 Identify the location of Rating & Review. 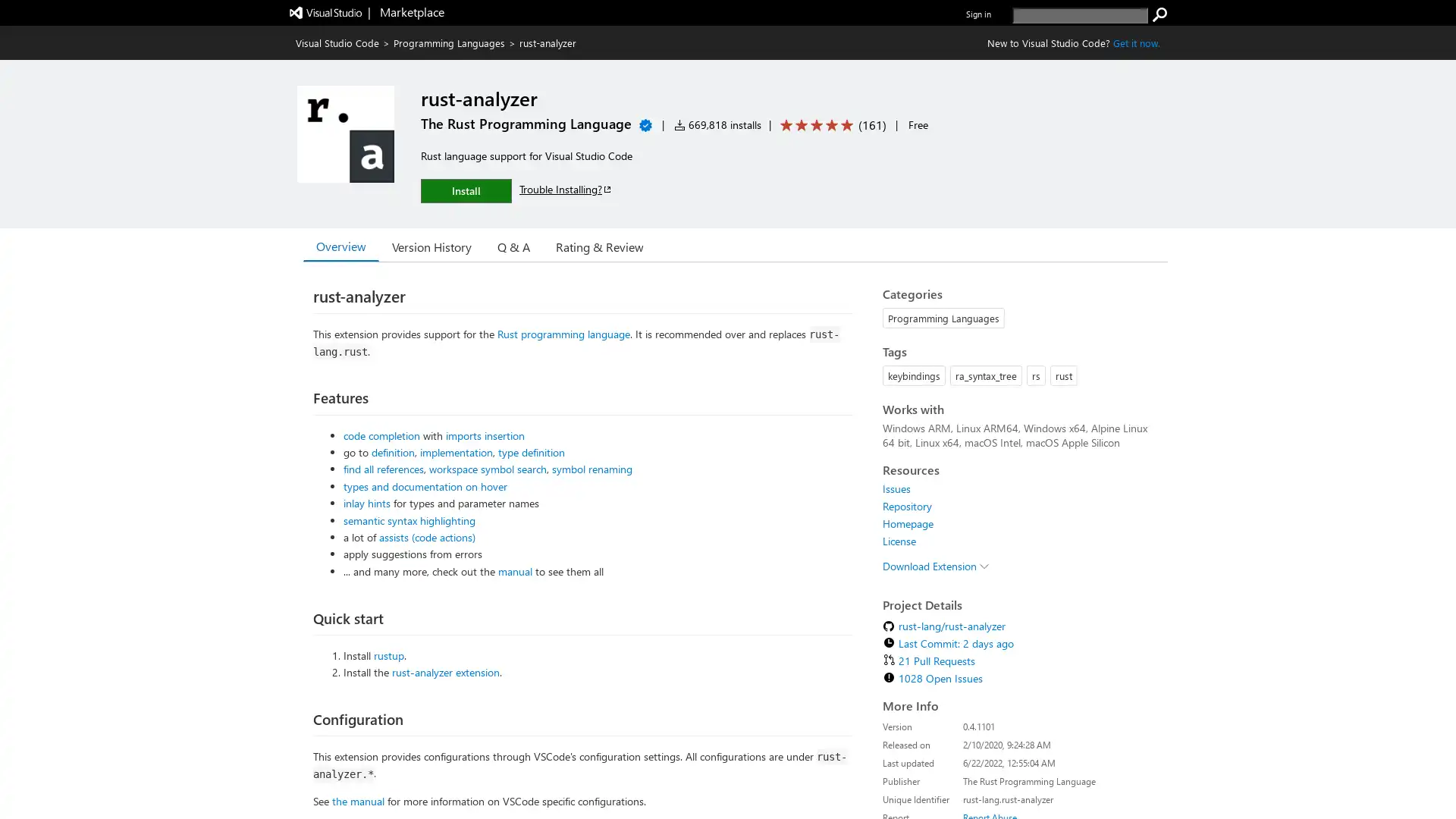
(599, 245).